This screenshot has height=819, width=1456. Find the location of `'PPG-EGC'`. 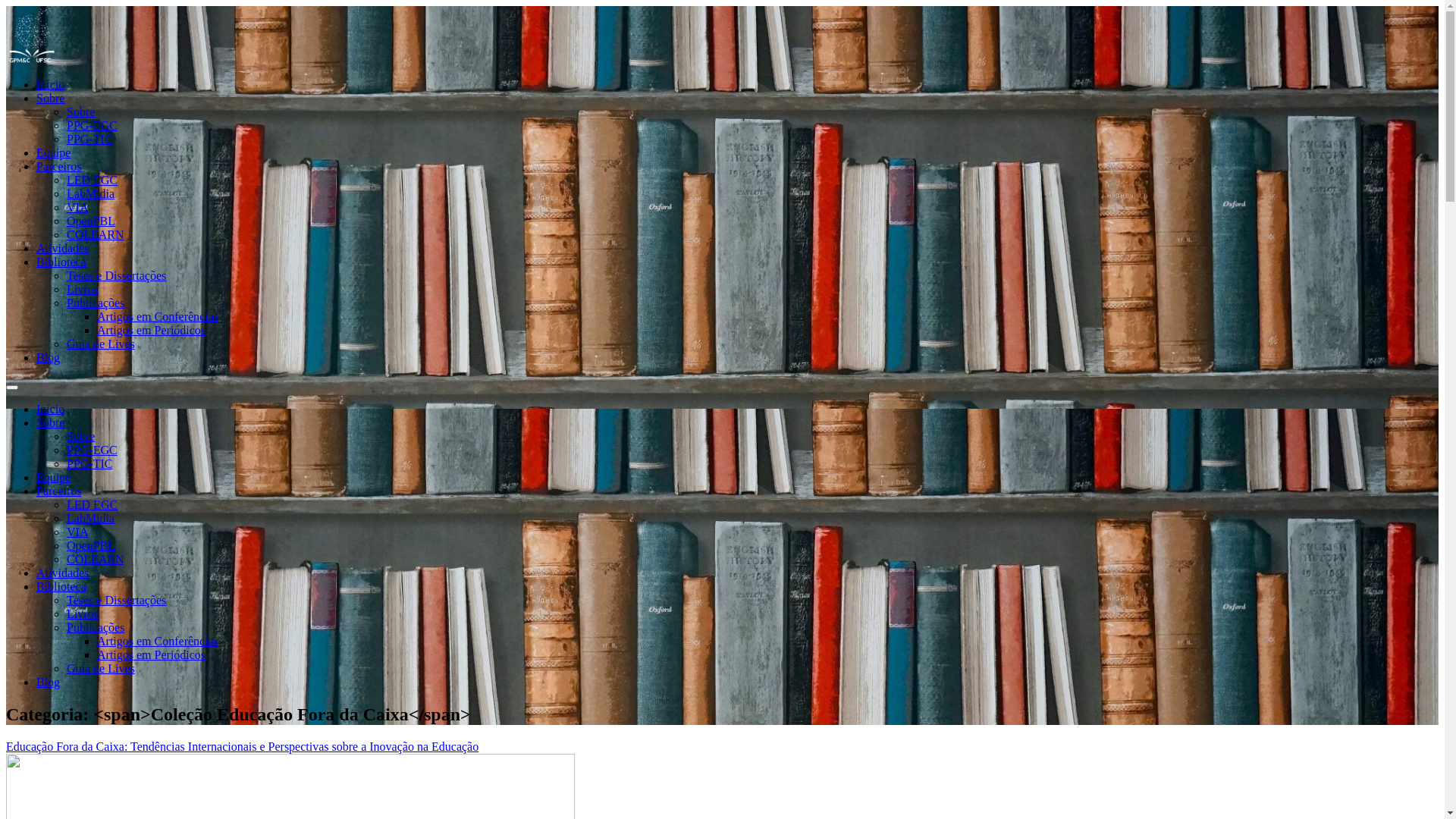

'PPG-EGC' is located at coordinates (91, 124).